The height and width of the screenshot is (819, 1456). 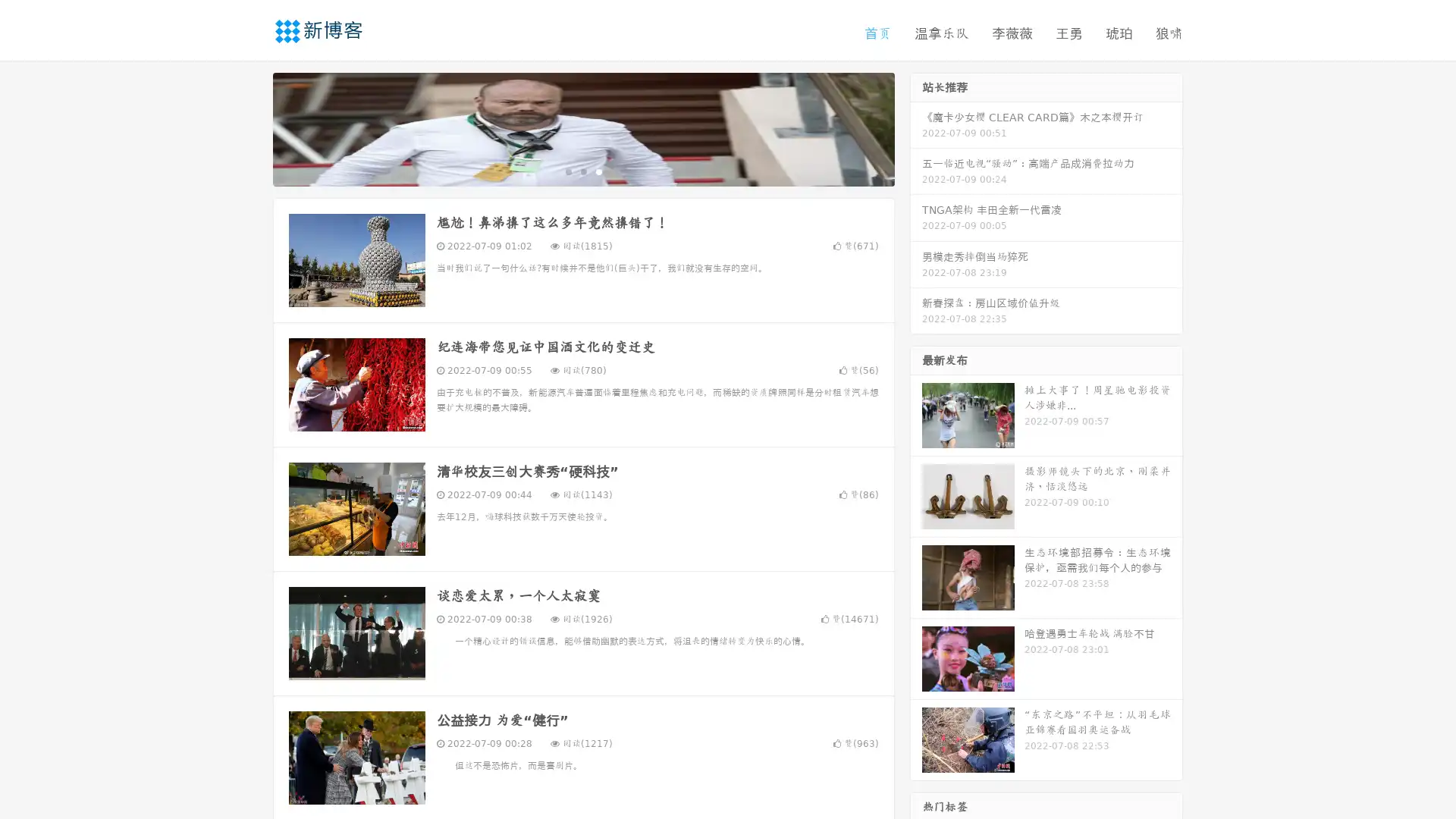 What do you see at coordinates (567, 171) in the screenshot?
I see `Go to slide 1` at bounding box center [567, 171].